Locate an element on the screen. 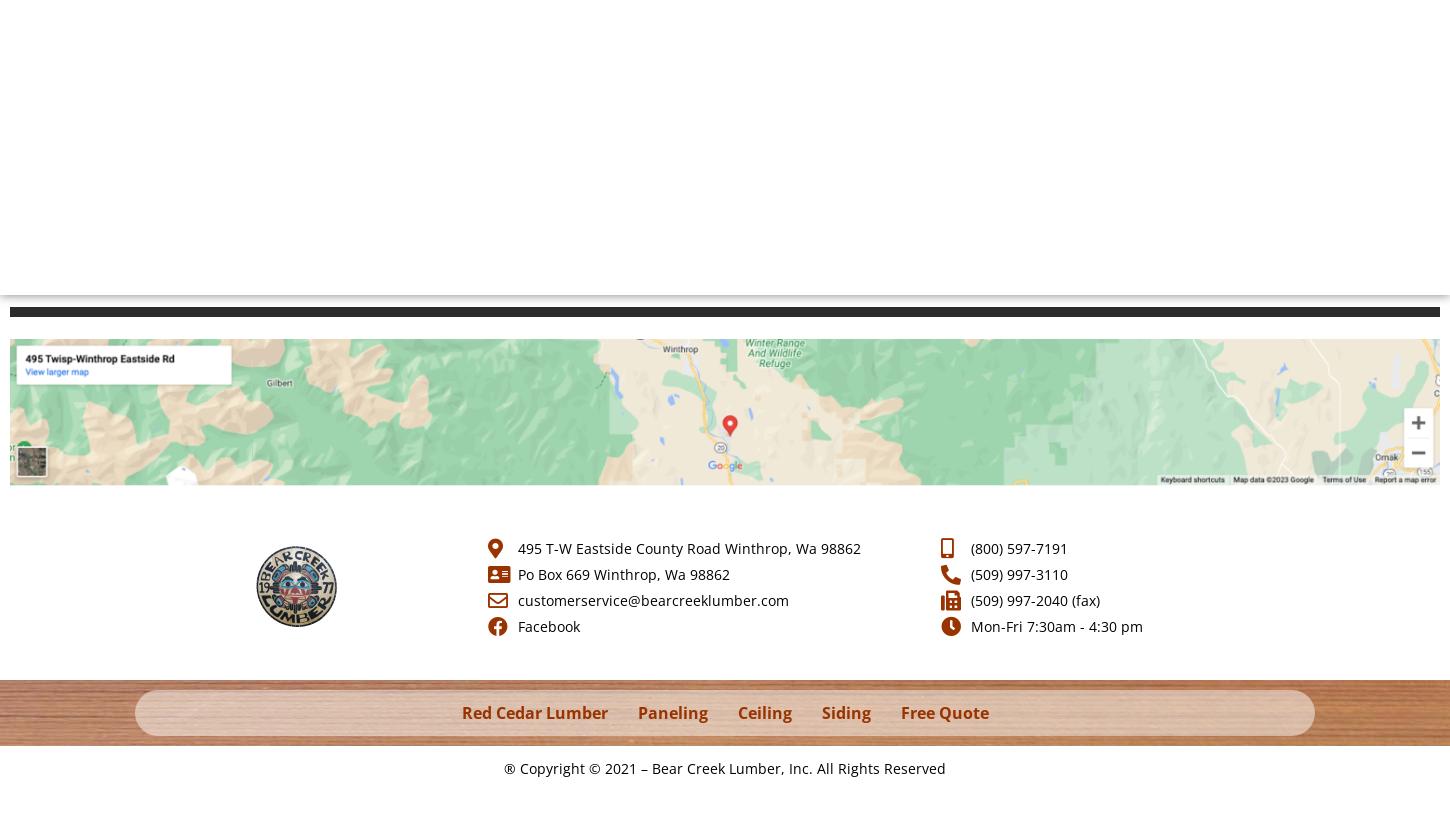 This screenshot has height=826, width=1450. '495 T-W Eastside County Road Winthrop, Wa 98862' is located at coordinates (687, 548).